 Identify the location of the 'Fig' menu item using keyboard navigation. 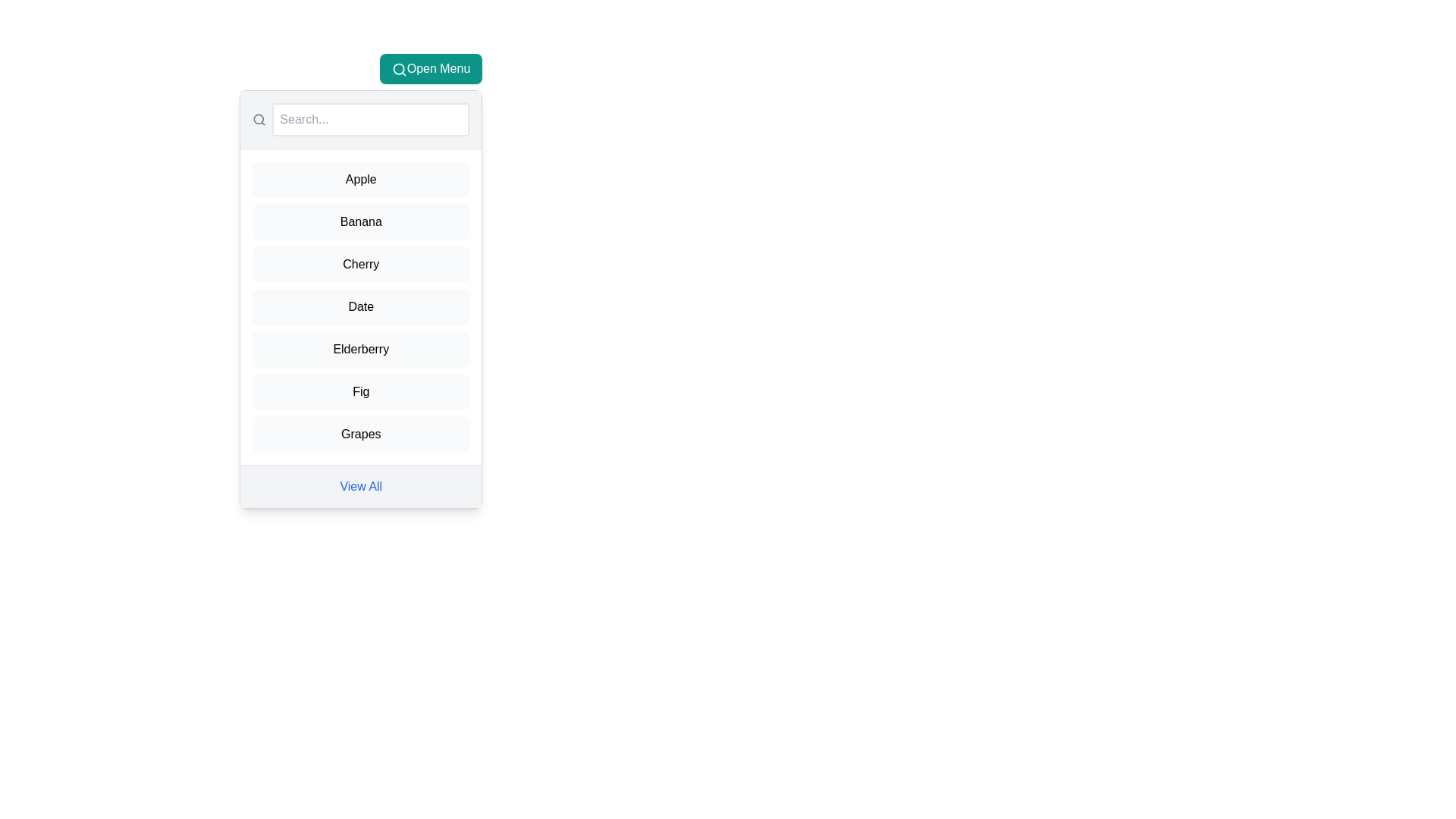
(360, 391).